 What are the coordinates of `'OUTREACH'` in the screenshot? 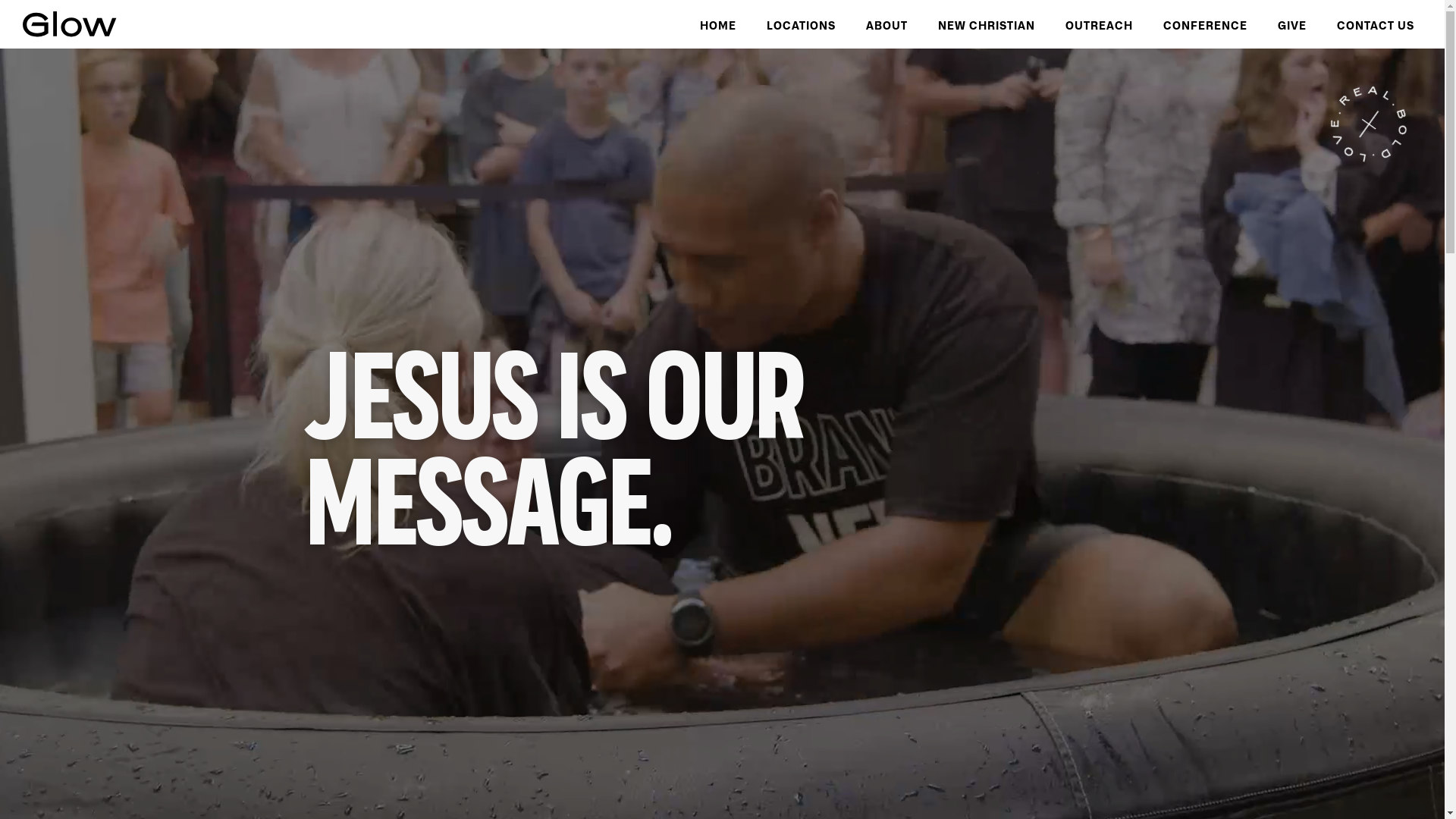 It's located at (1099, 24).